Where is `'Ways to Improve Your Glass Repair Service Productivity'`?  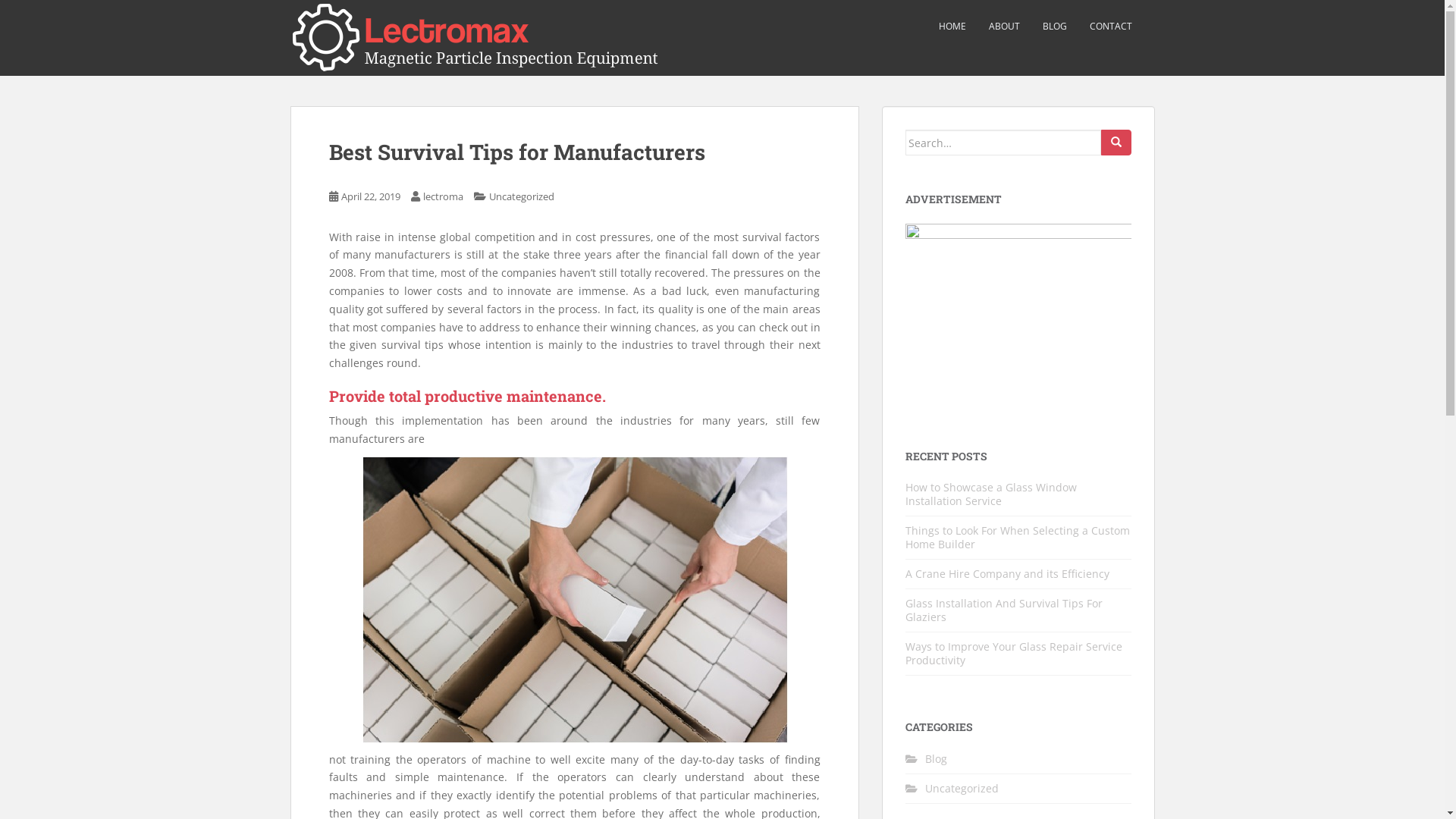
'Ways to Improve Your Glass Repair Service Productivity' is located at coordinates (1014, 652).